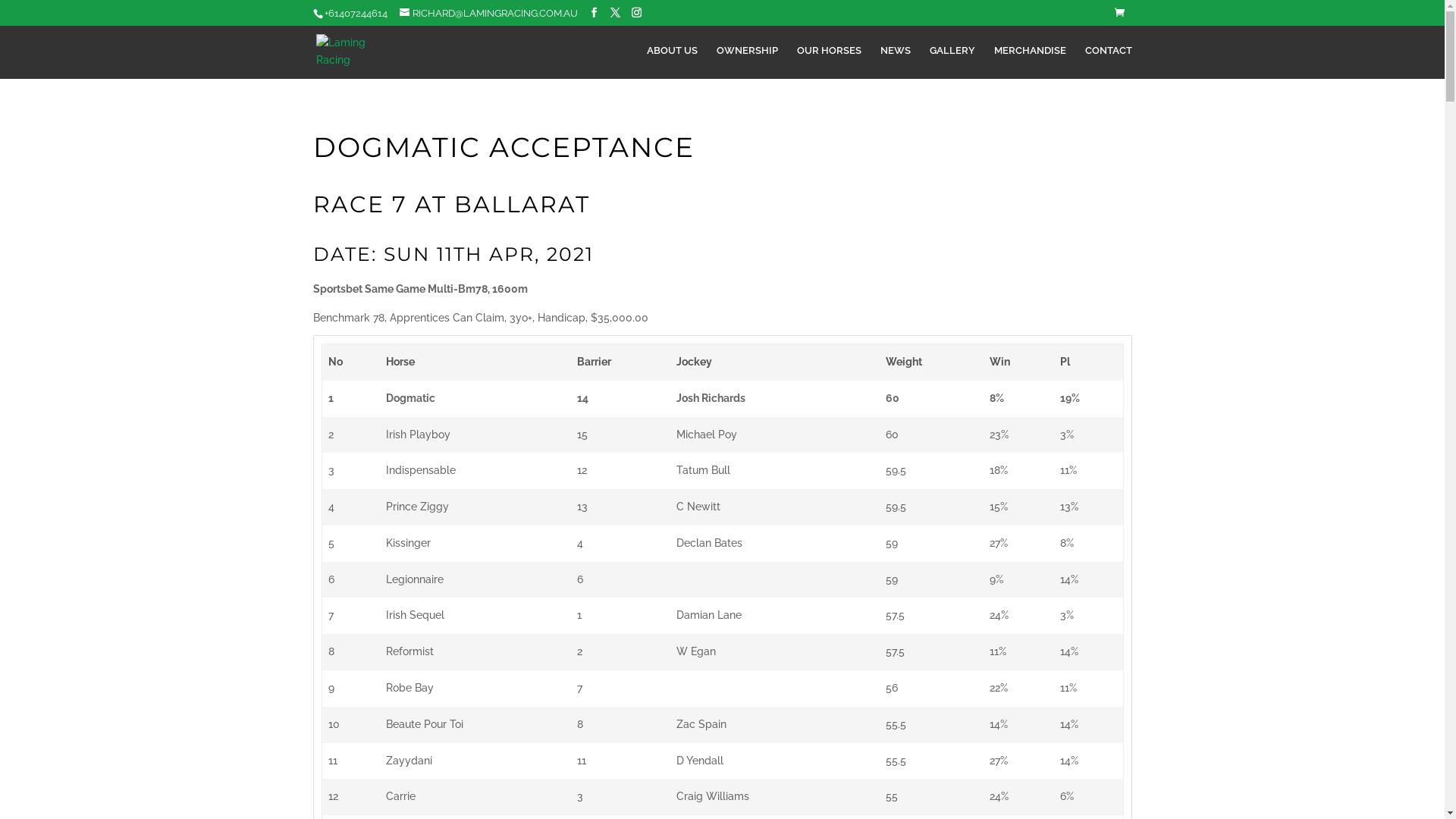 This screenshot has width=1456, height=819. Describe the element at coordinates (795, 61) in the screenshot. I see `'OUR HORSES'` at that location.